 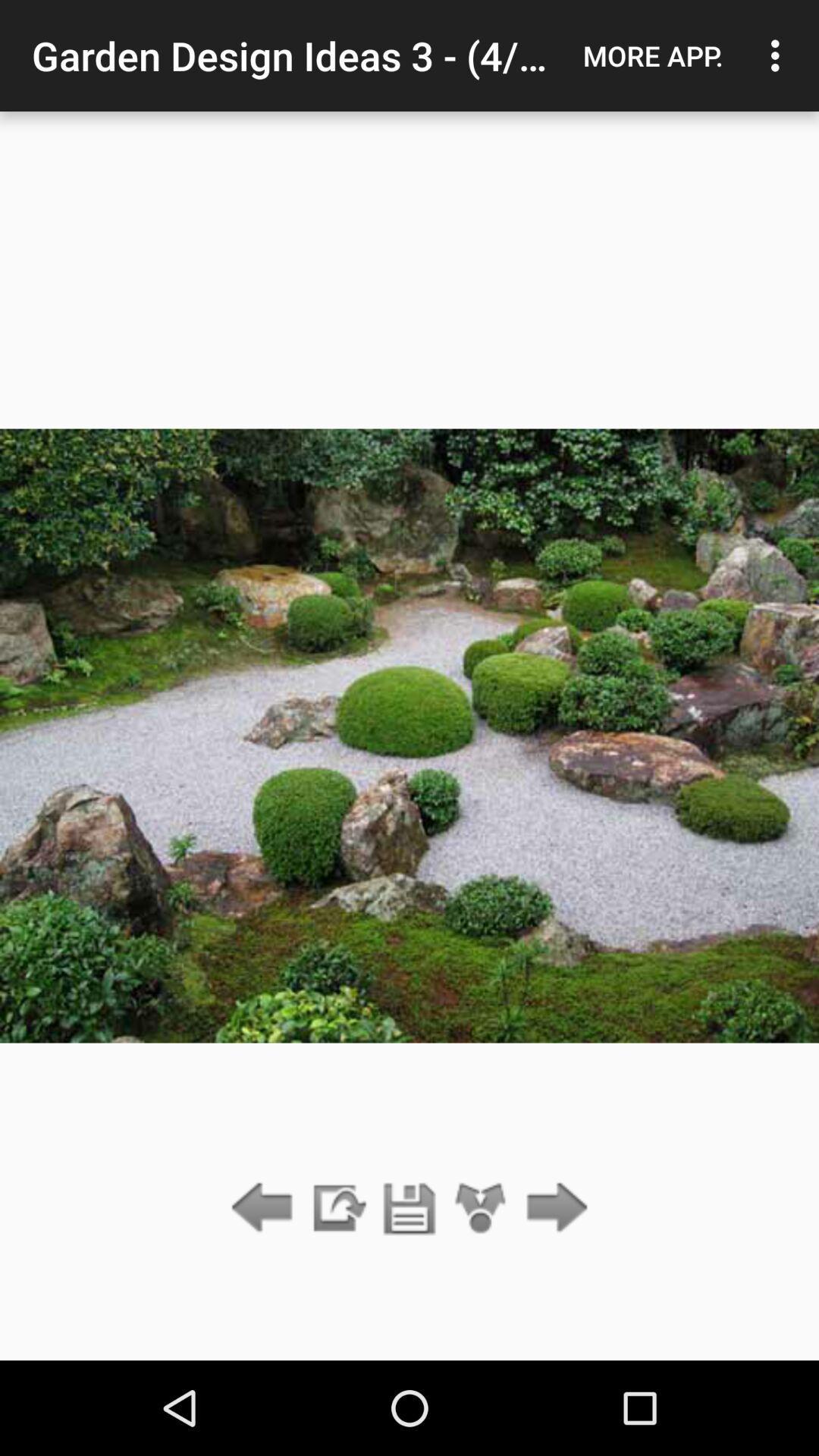 What do you see at coordinates (779, 55) in the screenshot?
I see `the item next to the more app. item` at bounding box center [779, 55].